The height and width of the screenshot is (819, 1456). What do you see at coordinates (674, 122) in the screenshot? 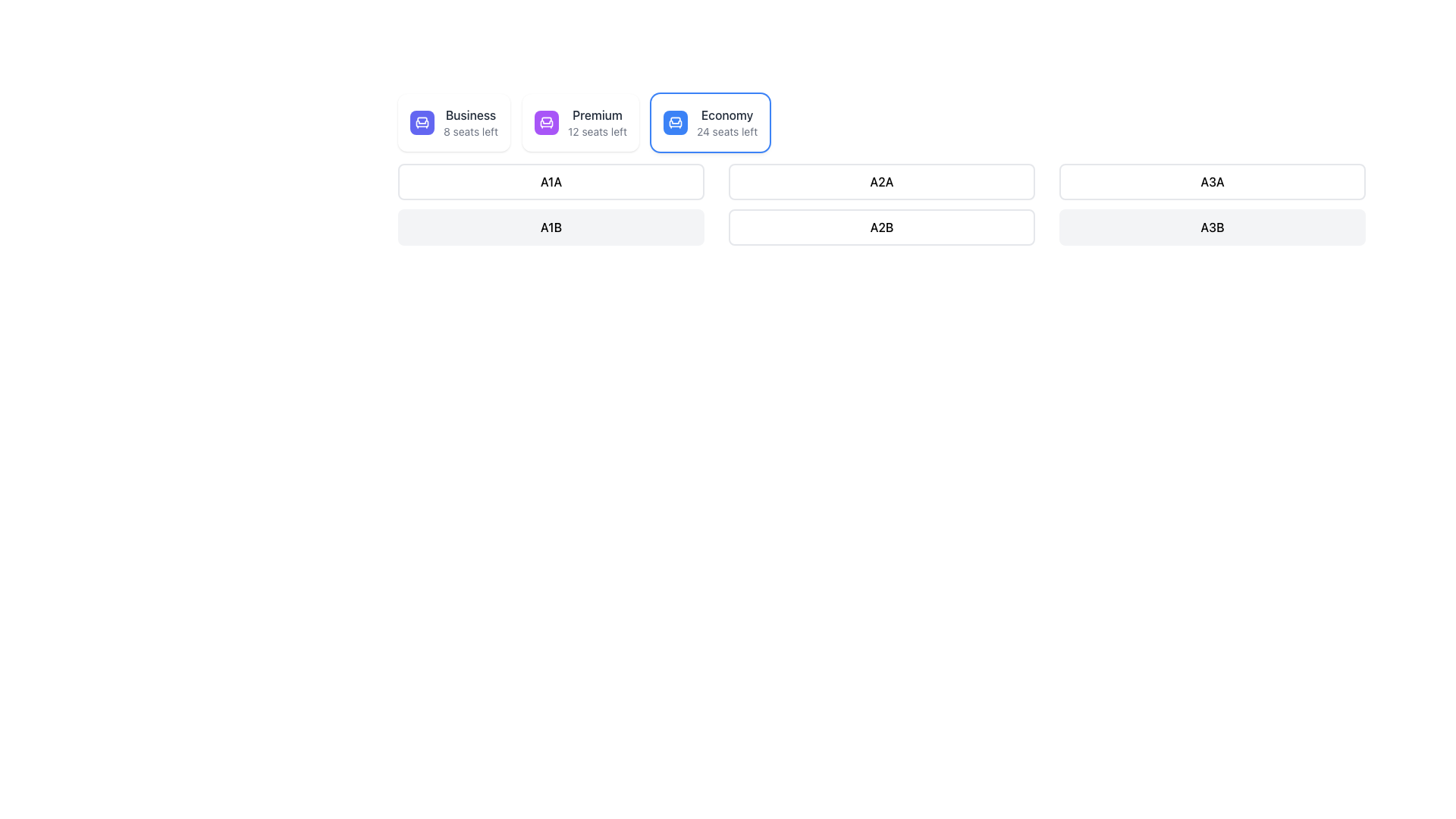
I see `the selectable card or button representing the 'Economy' seating option, located in the 'Economy 24 seats left' section, which is the third button from the left in a horizontal layout` at bounding box center [674, 122].